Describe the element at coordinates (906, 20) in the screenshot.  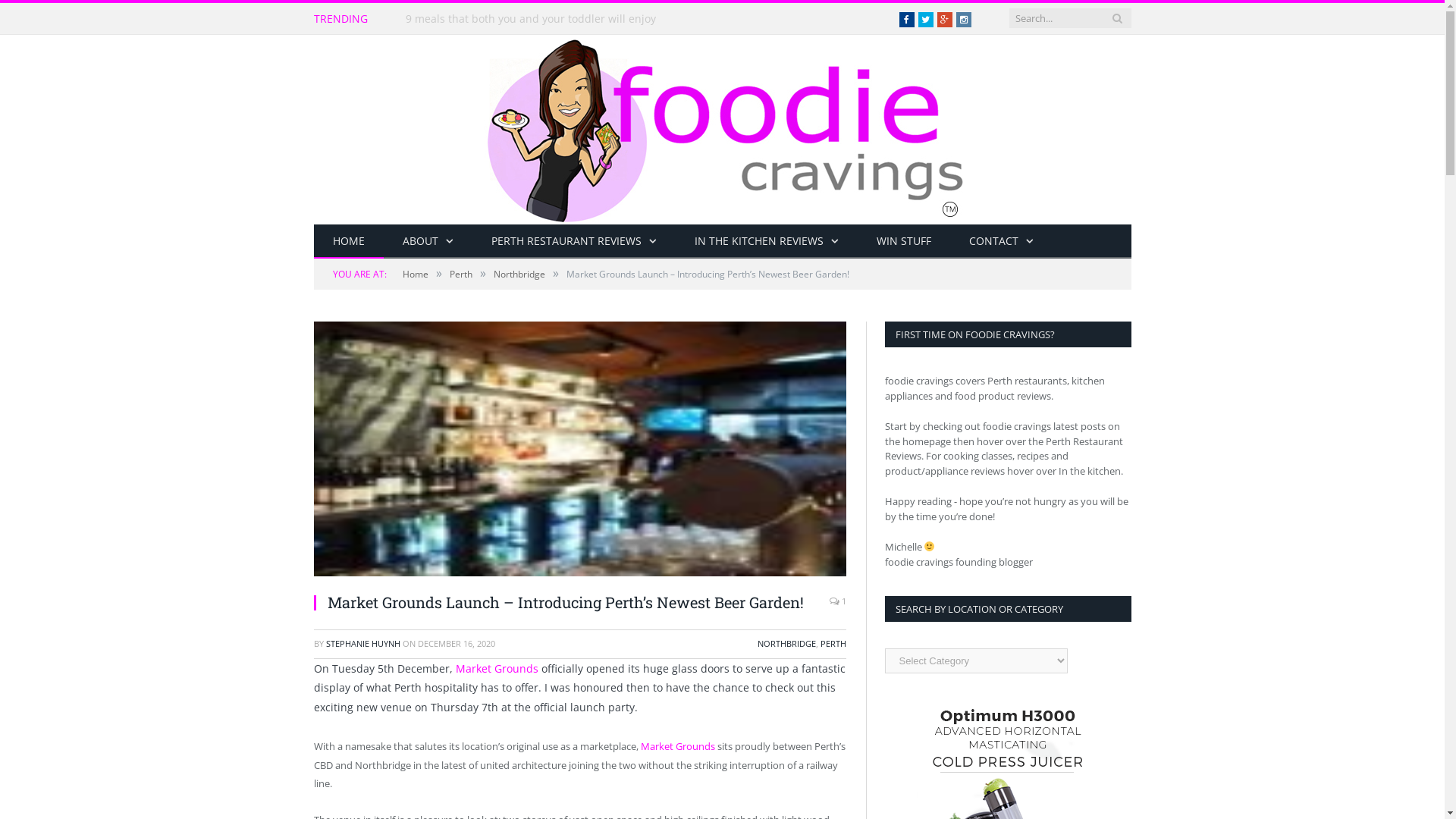
I see `'Facebook'` at that location.